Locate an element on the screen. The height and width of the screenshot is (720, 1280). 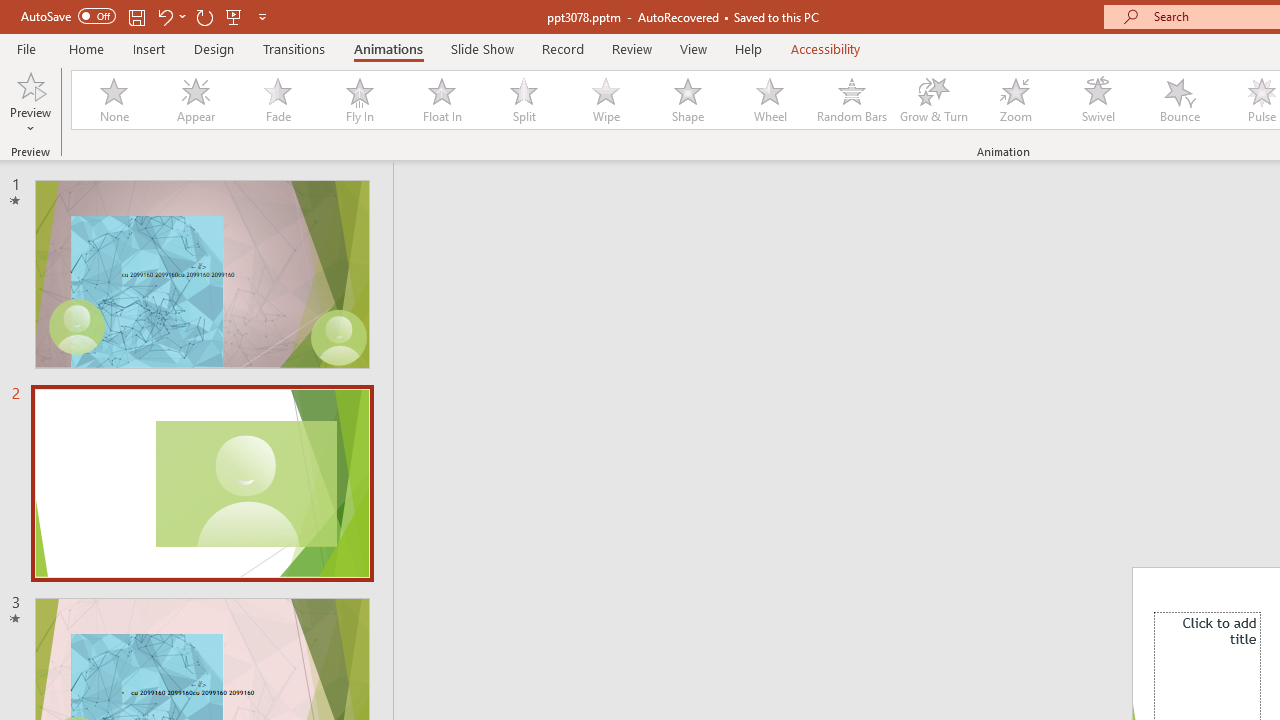
'Float In' is located at coordinates (440, 100).